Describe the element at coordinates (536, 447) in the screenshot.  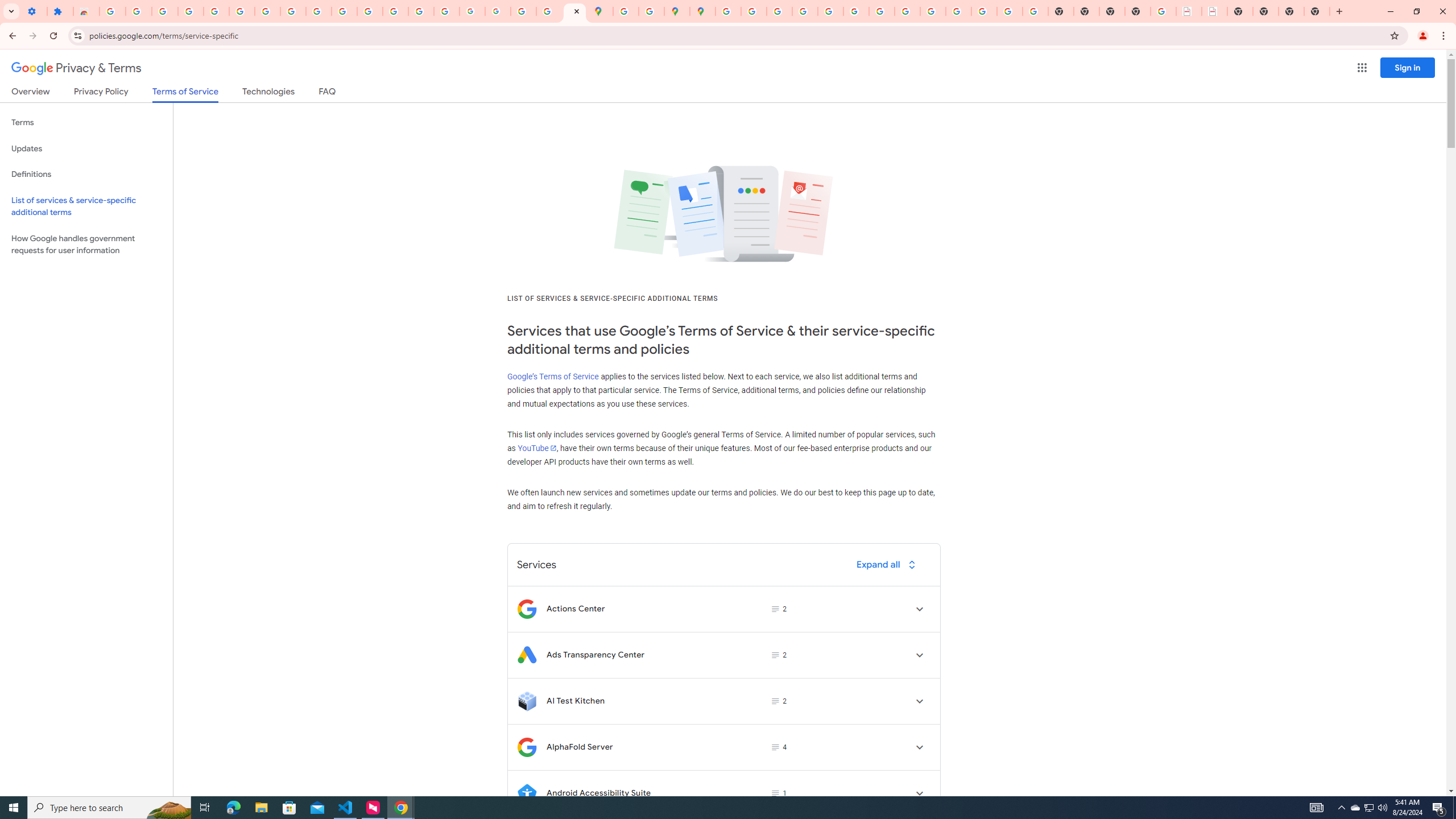
I see `'YouTube'` at that location.